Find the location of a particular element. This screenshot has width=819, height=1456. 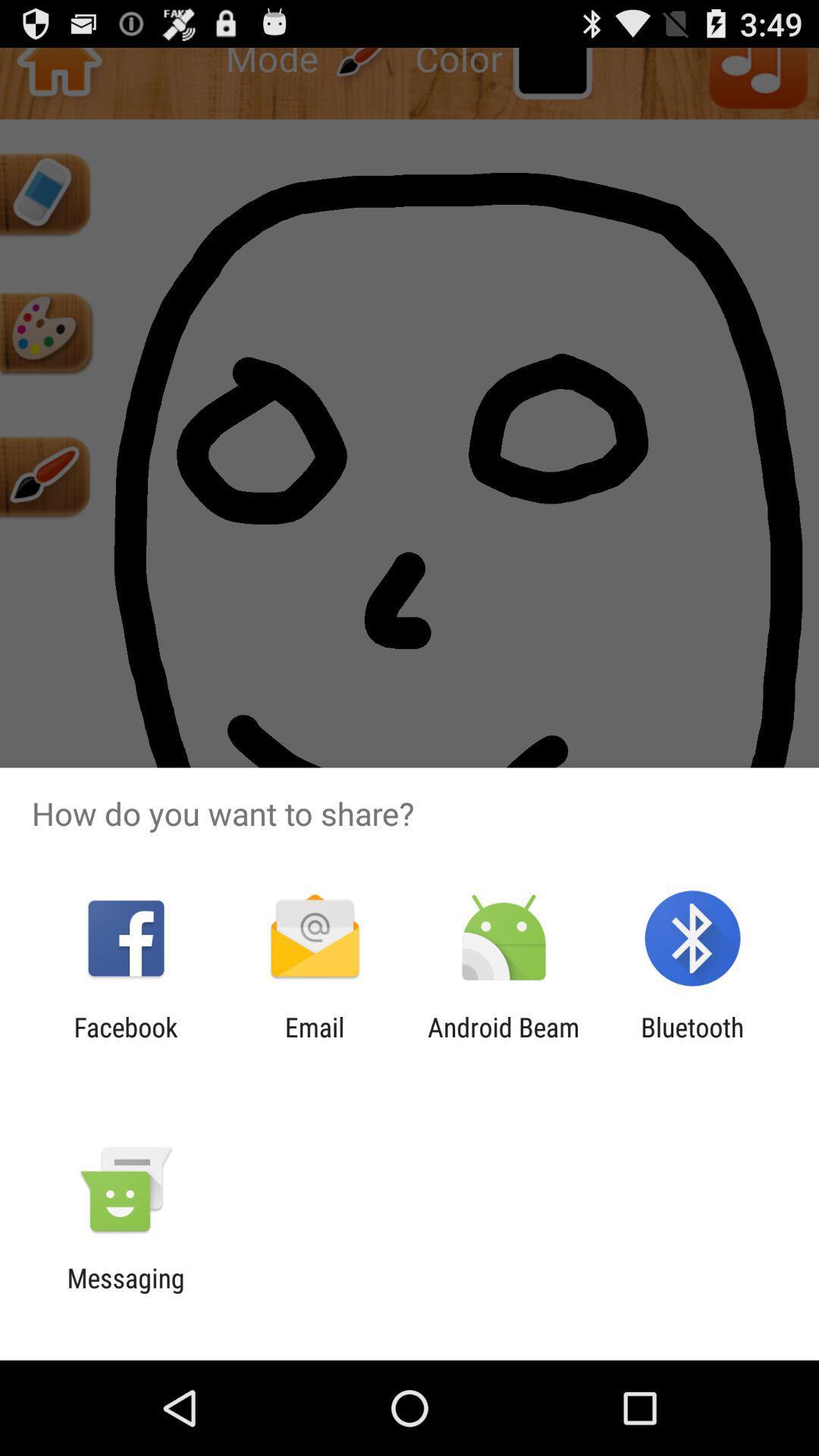

item to the left of the android beam item is located at coordinates (314, 1042).